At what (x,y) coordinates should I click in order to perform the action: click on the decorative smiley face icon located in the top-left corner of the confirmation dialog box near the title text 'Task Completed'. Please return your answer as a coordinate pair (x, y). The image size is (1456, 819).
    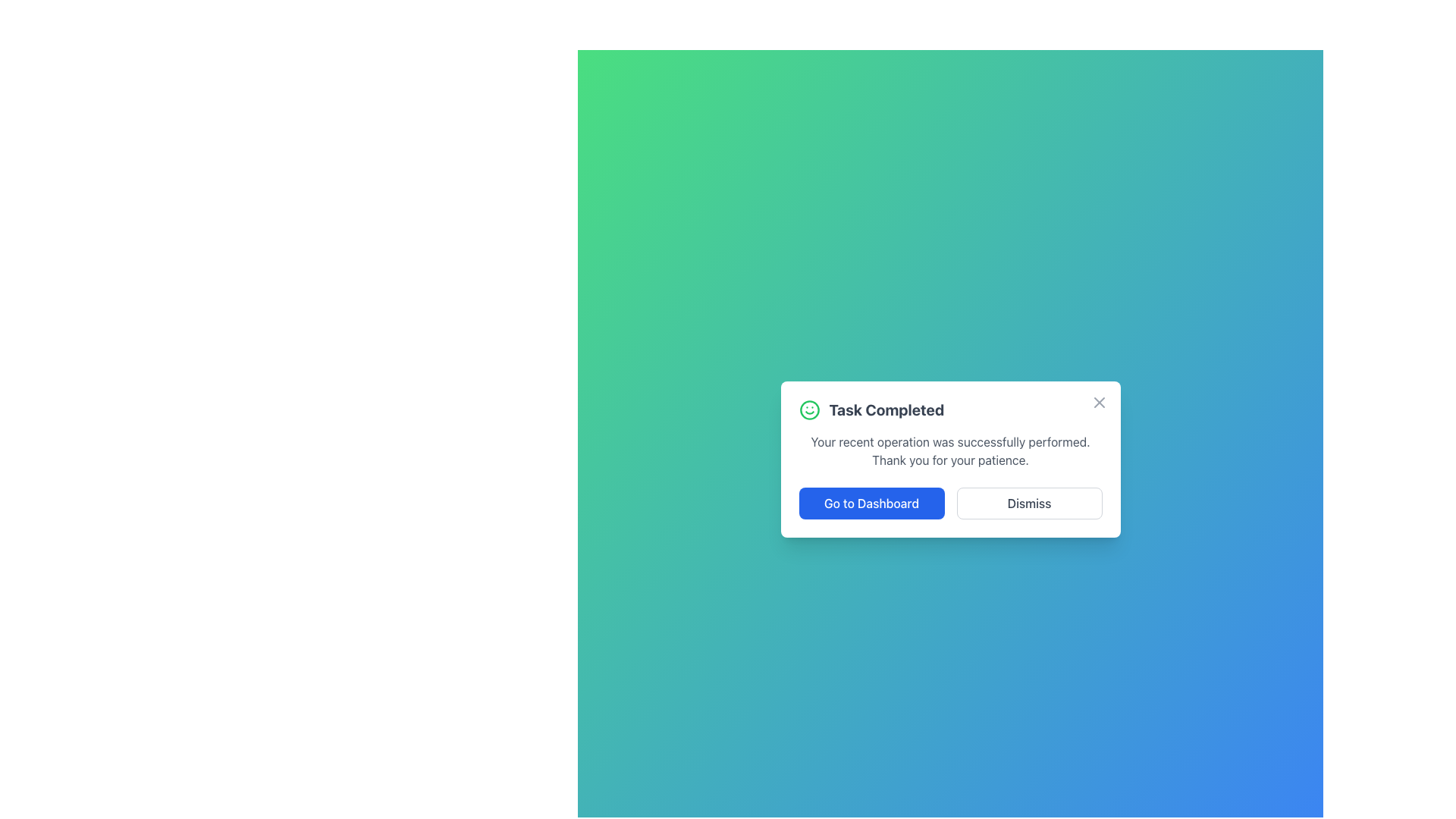
    Looking at the image, I should click on (808, 409).